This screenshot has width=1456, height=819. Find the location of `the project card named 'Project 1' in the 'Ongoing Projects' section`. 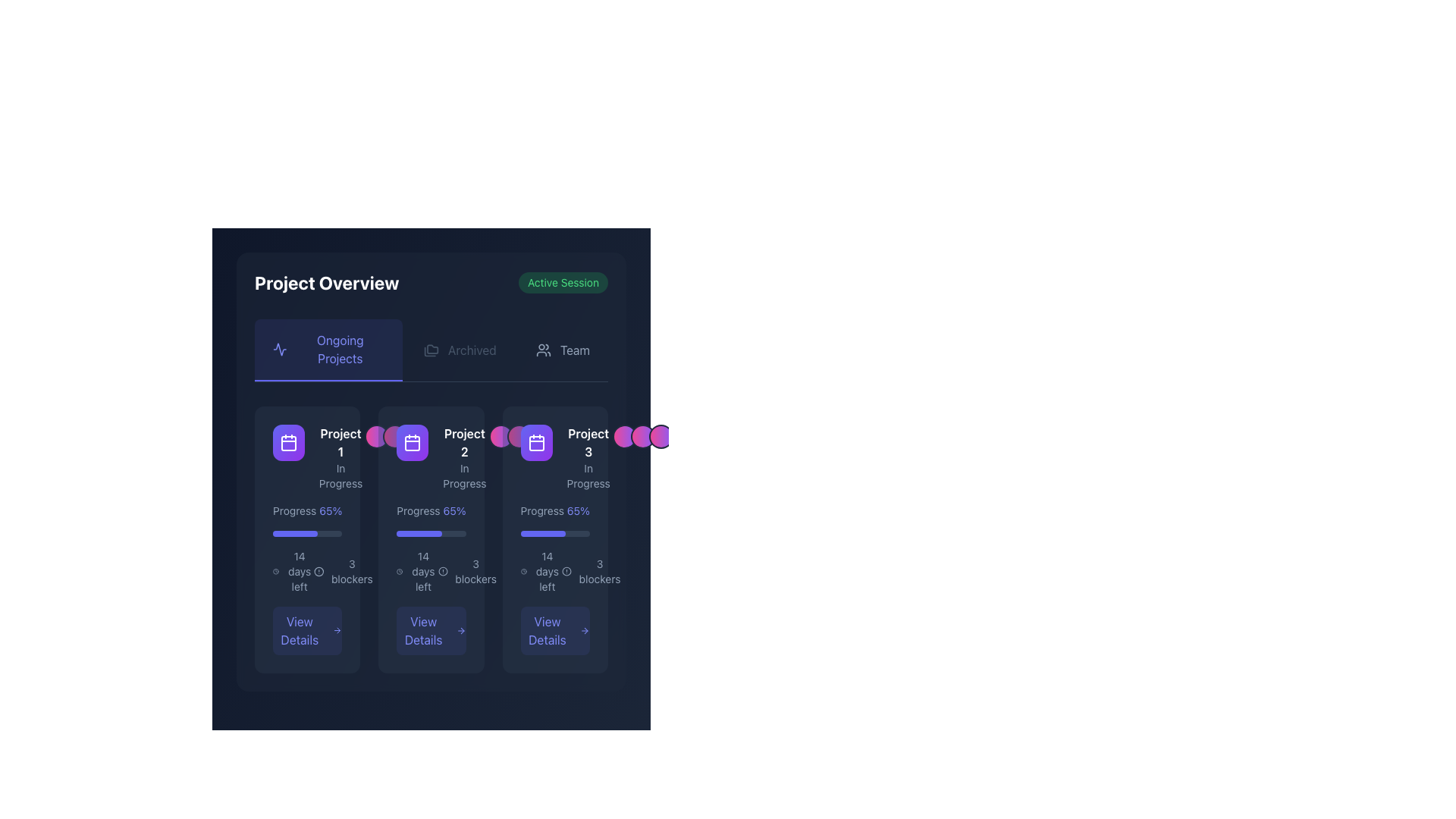

the project card named 'Project 1' in the 'Ongoing Projects' section is located at coordinates (318, 457).